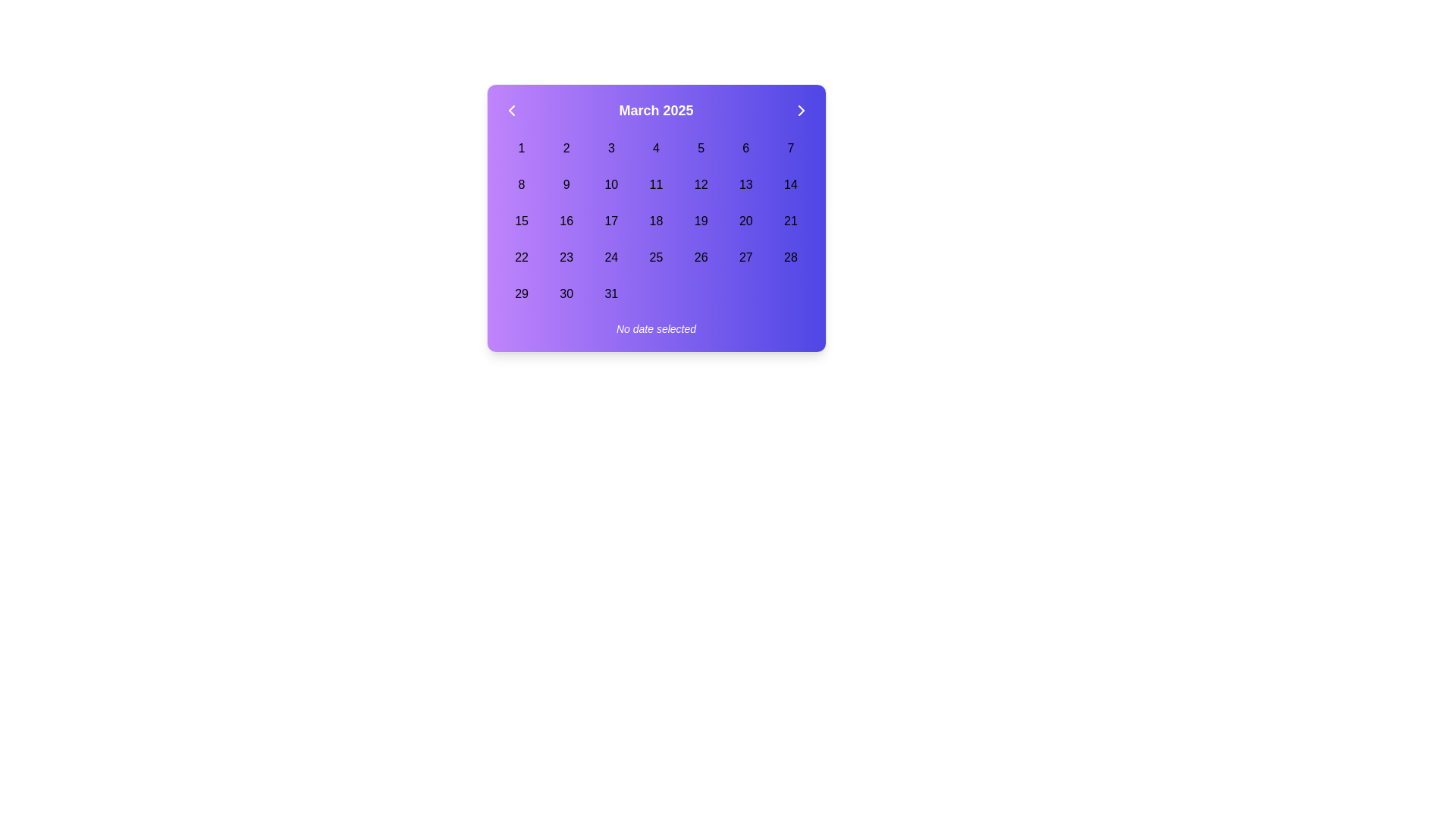  I want to click on the button representing the 26th day of the displayed month in the calendar grid, so click(700, 256).